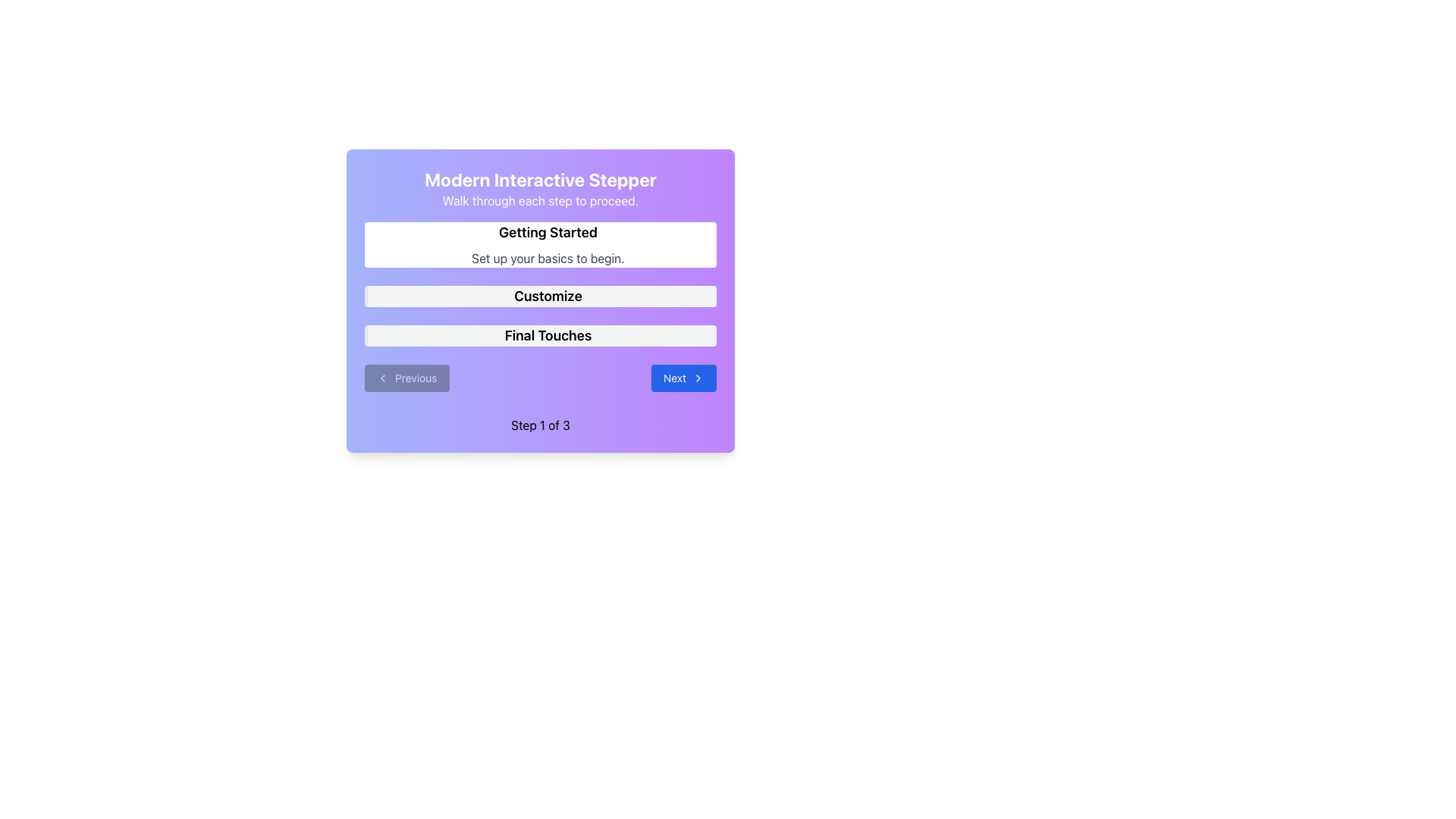 The width and height of the screenshot is (1456, 819). I want to click on the 'Final Touches' label, which is styled with a light grey background and a bold text, located at the bottom of the list of three items, so click(541, 335).